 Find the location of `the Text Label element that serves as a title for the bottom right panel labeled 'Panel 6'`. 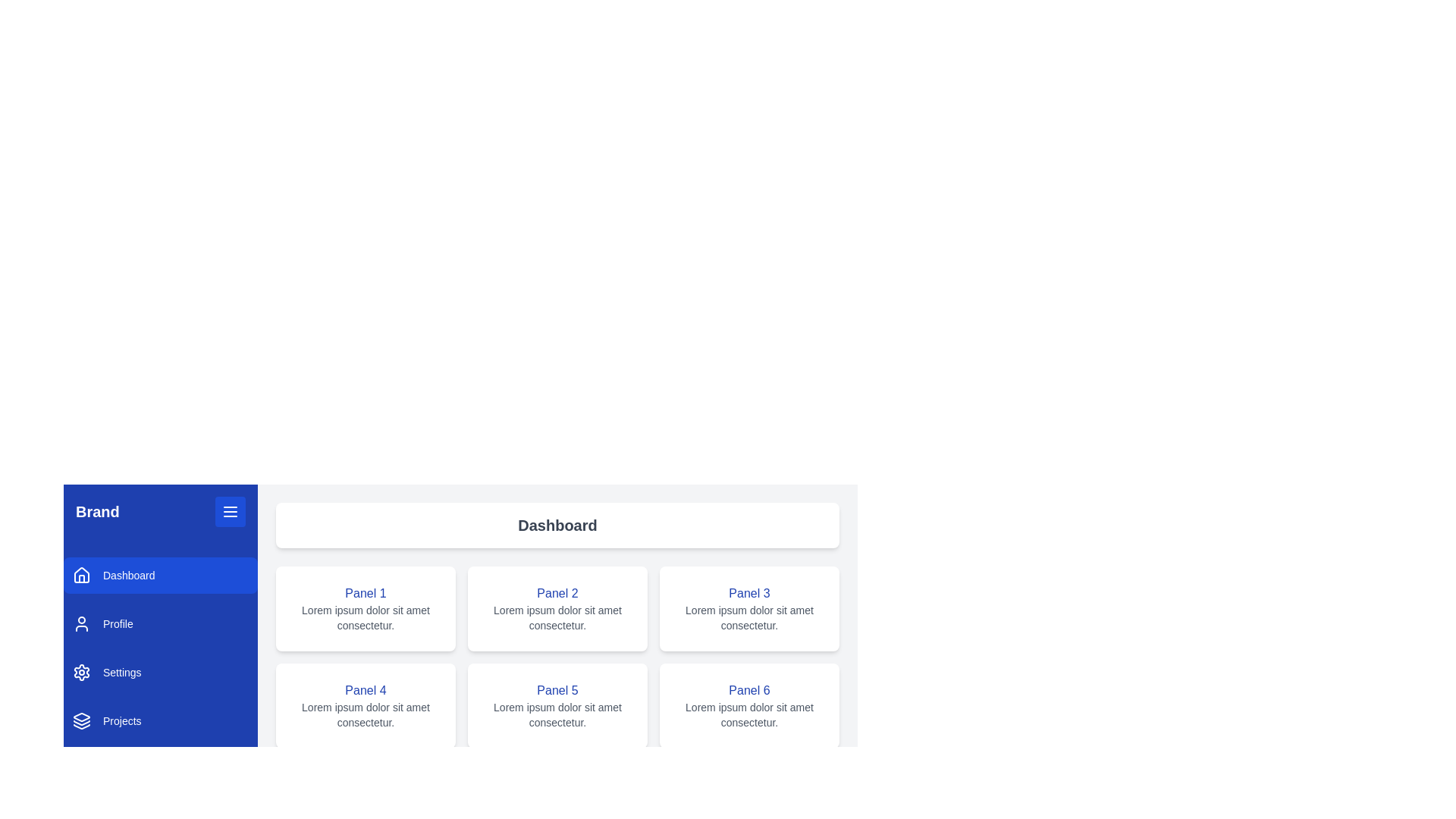

the Text Label element that serves as a title for the bottom right panel labeled 'Panel 6' is located at coordinates (749, 690).